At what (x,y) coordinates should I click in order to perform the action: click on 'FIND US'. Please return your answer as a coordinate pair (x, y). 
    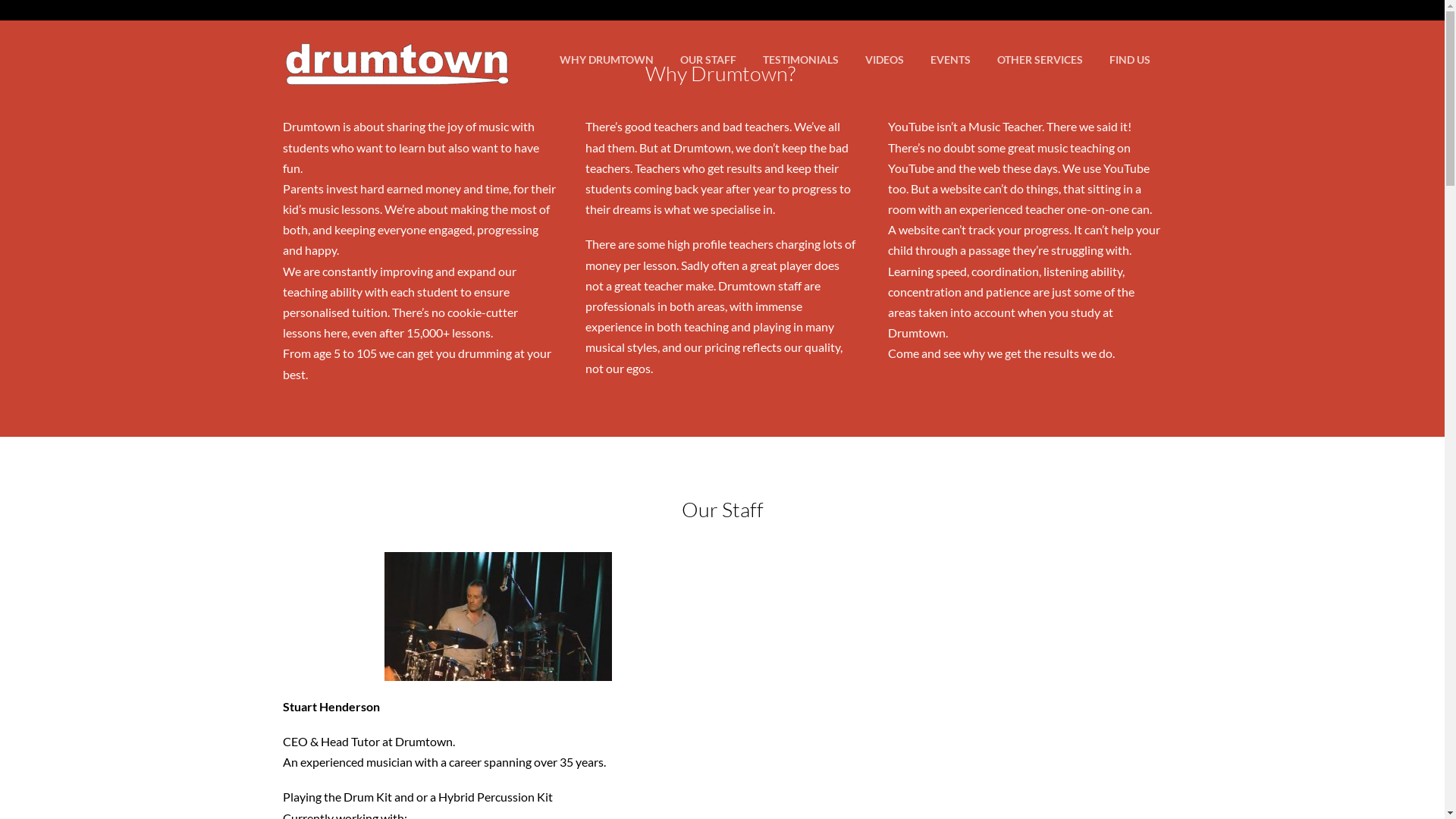
    Looking at the image, I should click on (1128, 59).